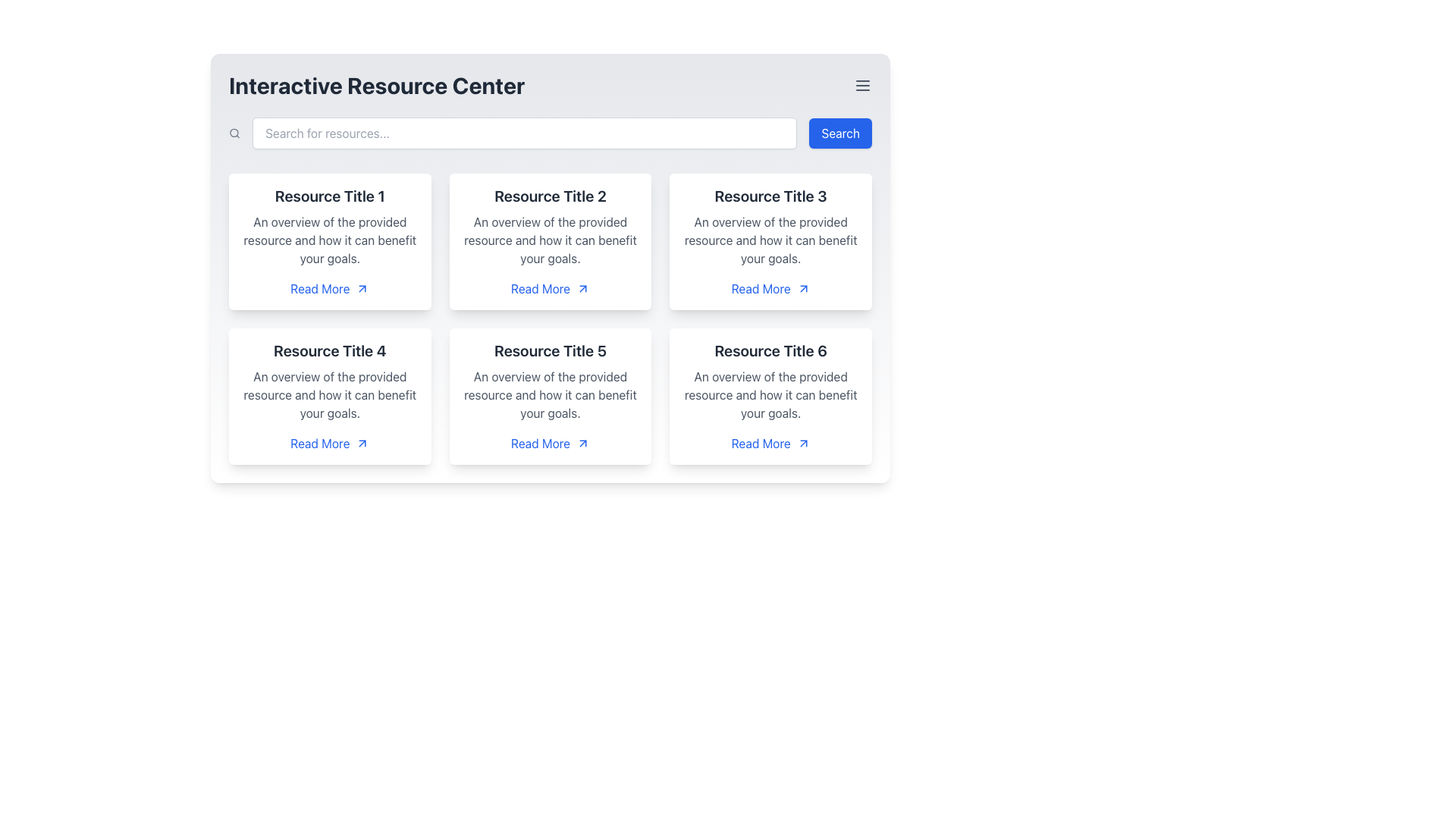 The width and height of the screenshot is (1456, 819). What do you see at coordinates (770, 241) in the screenshot?
I see `the card that provides a summarized description of a resource, located in the top-right section of a three-column grid layout, specifically the third card in the first row` at bounding box center [770, 241].